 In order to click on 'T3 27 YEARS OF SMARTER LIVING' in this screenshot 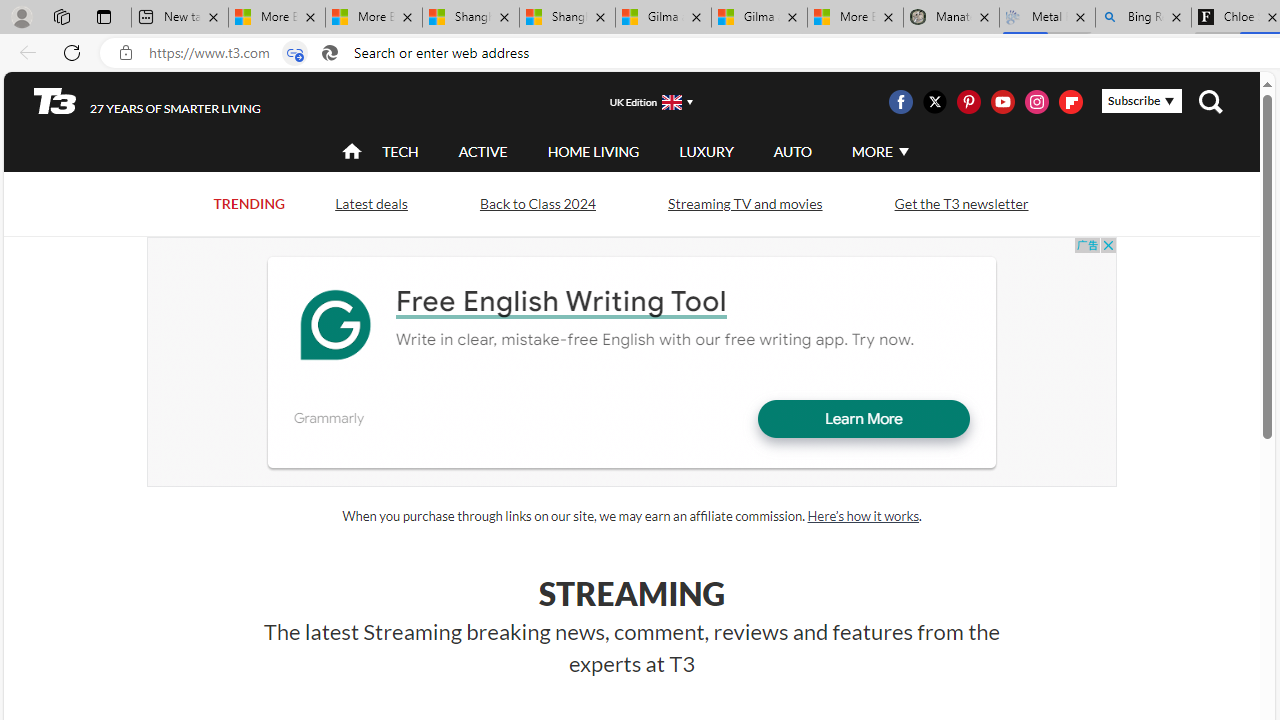, I will do `click(146, 101)`.